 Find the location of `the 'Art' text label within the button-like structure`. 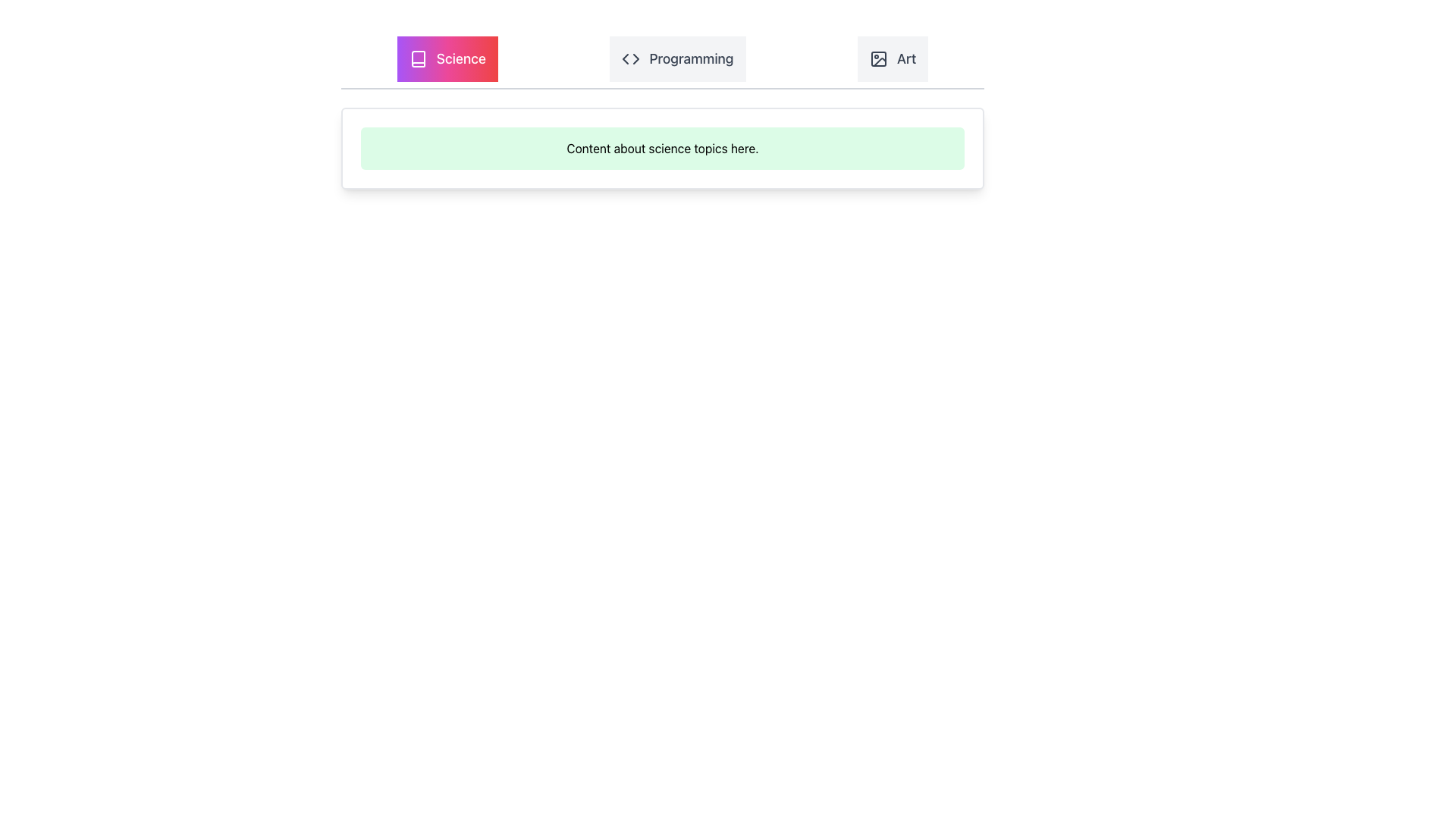

the 'Art' text label within the button-like structure is located at coordinates (906, 58).